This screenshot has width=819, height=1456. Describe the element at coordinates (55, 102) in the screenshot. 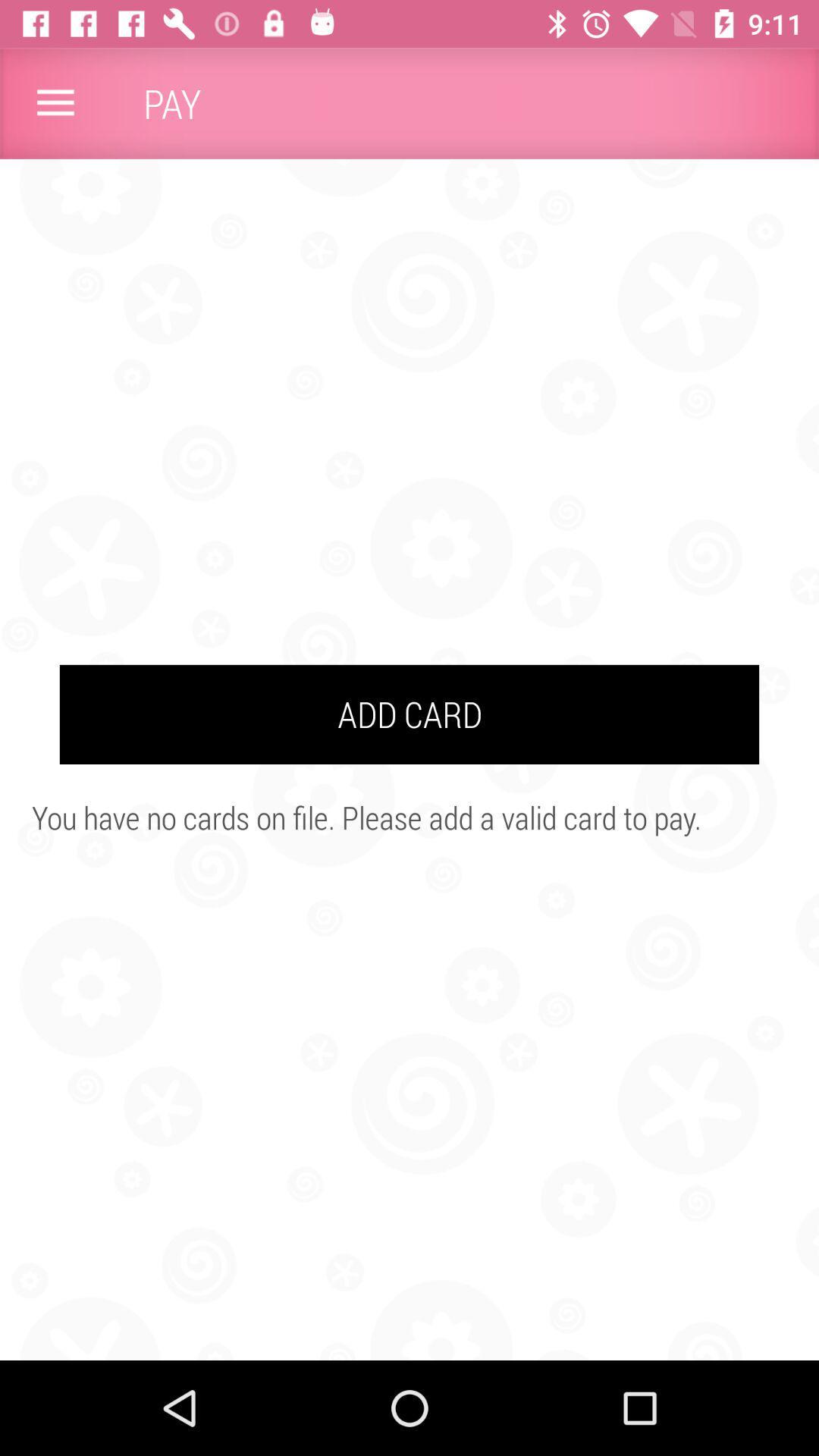

I see `the icon above add card item` at that location.